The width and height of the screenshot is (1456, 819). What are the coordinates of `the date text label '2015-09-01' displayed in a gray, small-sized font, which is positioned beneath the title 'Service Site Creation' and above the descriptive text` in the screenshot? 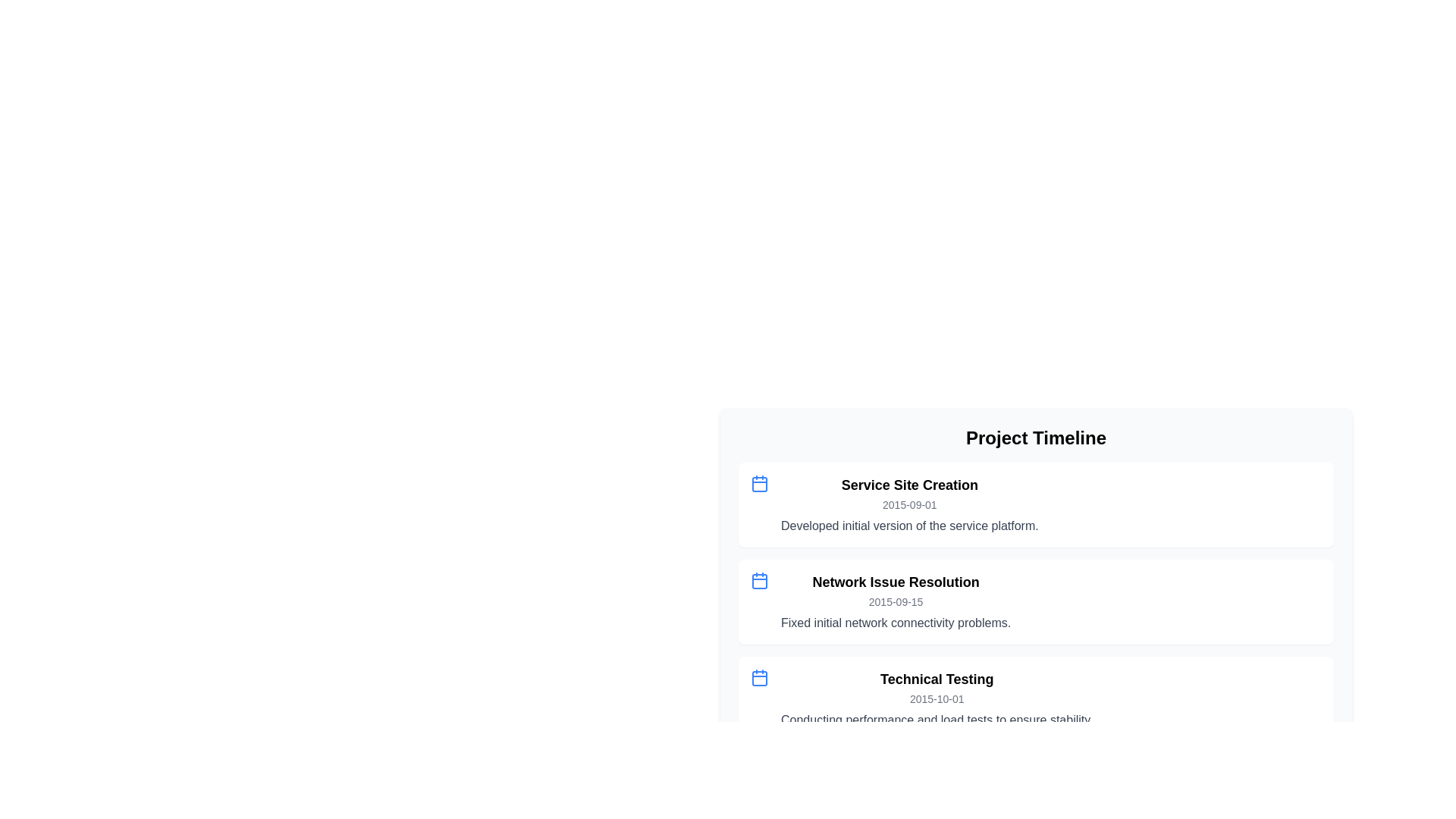 It's located at (909, 505).